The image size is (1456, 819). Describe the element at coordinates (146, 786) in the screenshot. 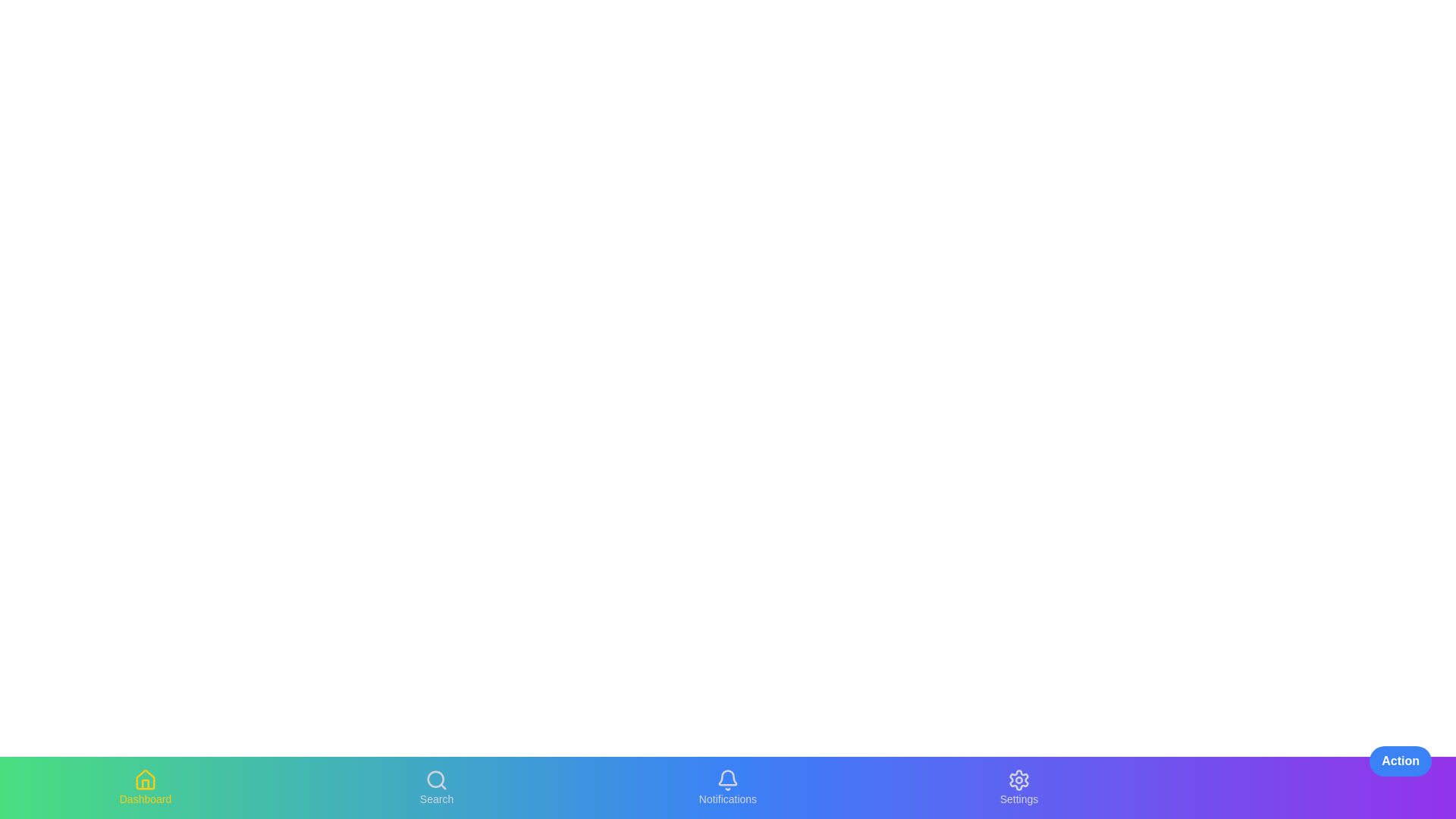

I see `the navigation item labeled Dashboard from the bottom bar` at that location.